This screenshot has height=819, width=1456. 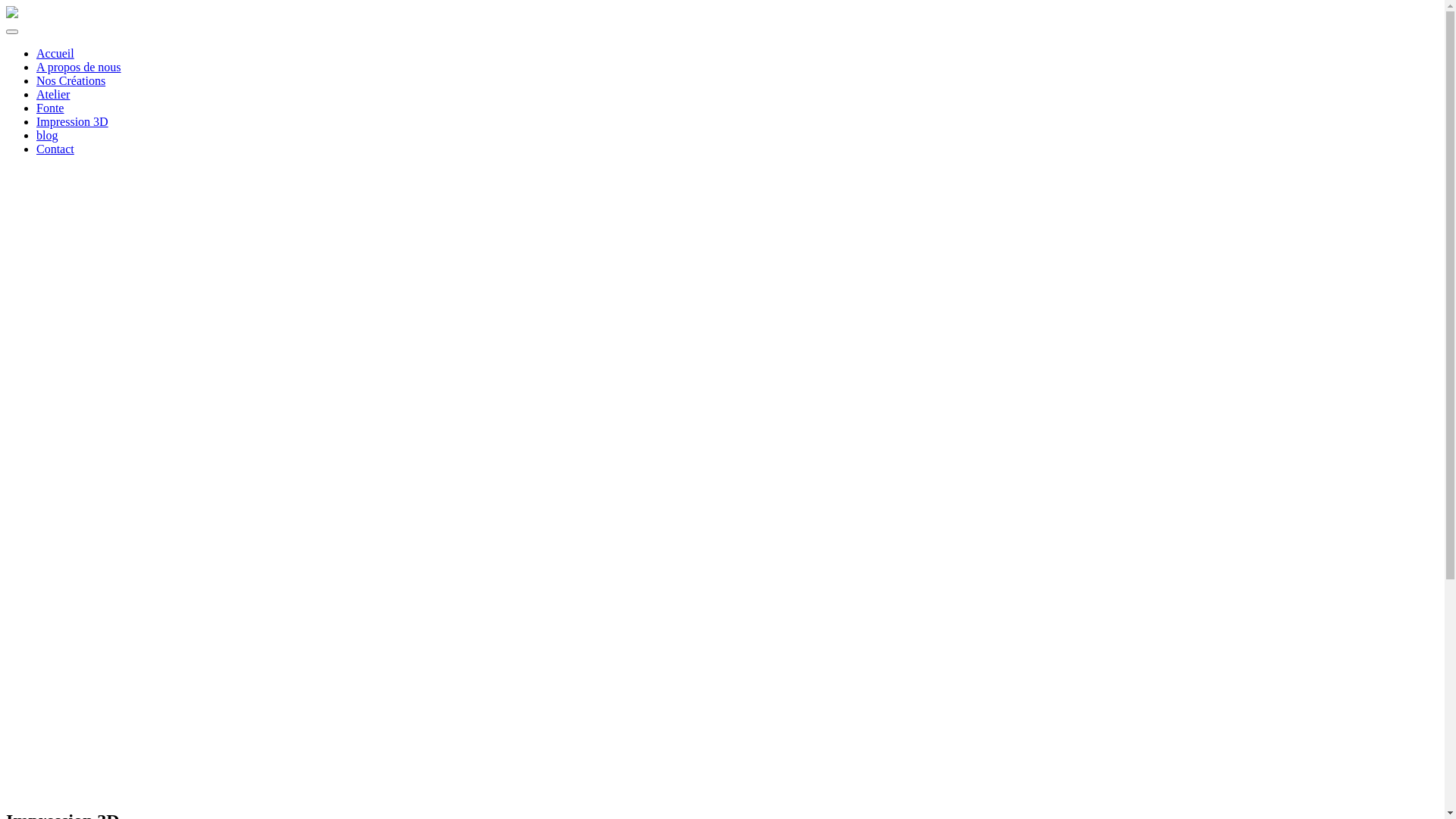 I want to click on 'blog', so click(x=47, y=134).